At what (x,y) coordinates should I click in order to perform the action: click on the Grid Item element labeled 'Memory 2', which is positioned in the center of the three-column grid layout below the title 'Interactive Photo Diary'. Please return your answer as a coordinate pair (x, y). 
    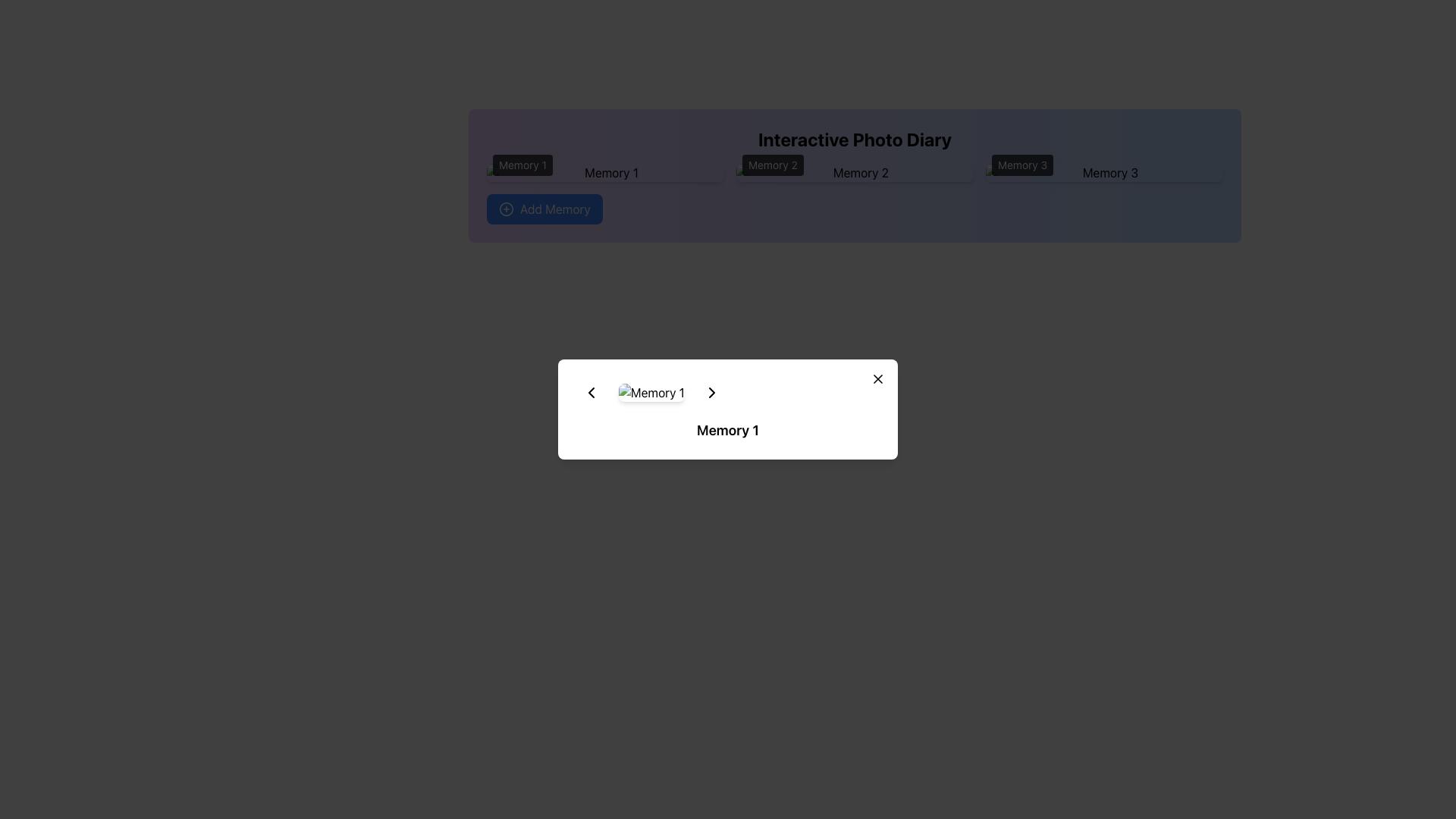
    Looking at the image, I should click on (855, 171).